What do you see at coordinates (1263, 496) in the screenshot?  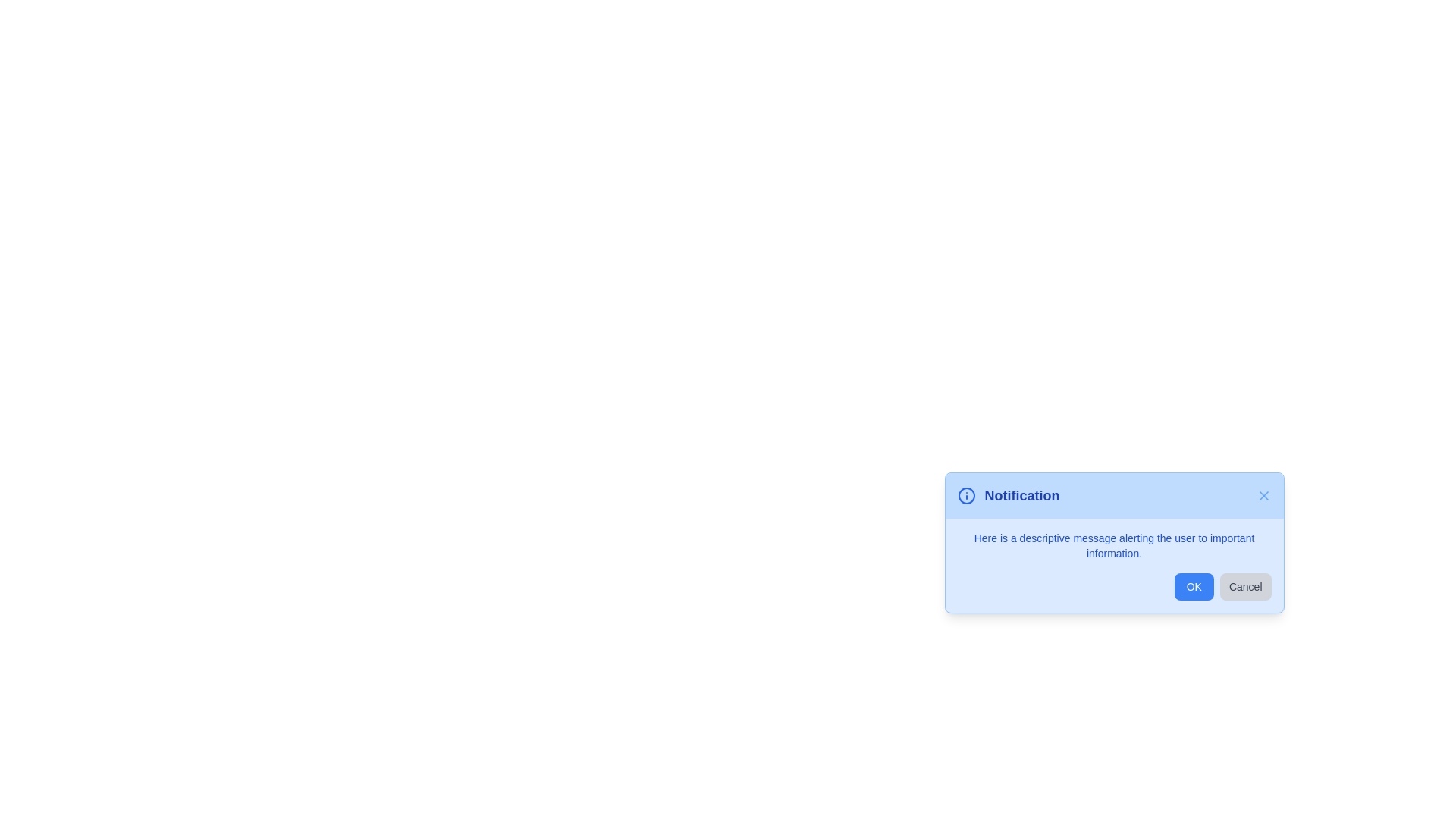 I see `the 'X' button in the header of the alert to close it` at bounding box center [1263, 496].